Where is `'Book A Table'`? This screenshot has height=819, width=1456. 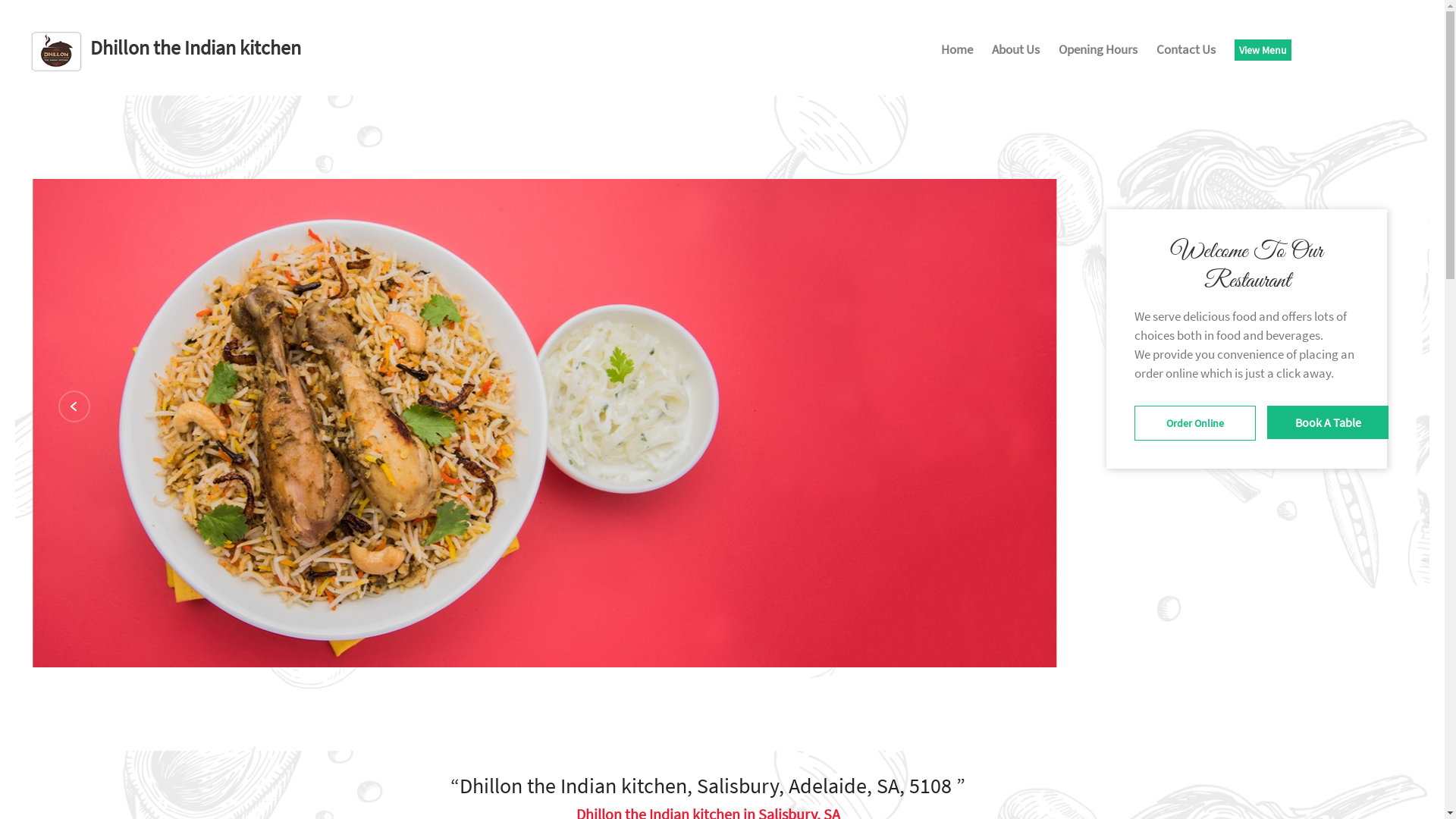
'Book A Table' is located at coordinates (1327, 422).